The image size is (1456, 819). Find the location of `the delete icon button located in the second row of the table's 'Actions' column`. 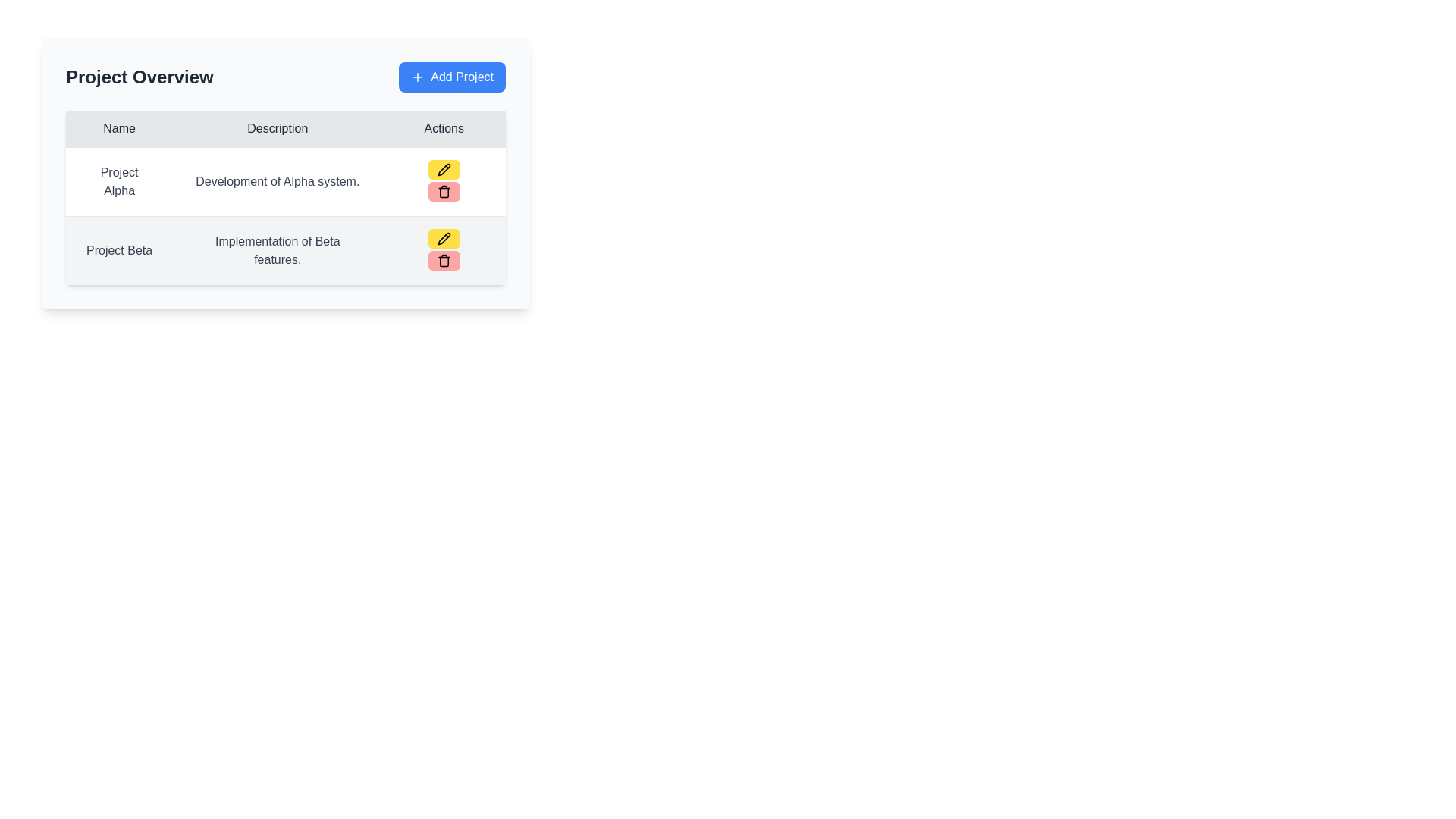

the delete icon button located in the second row of the table's 'Actions' column is located at coordinates (443, 191).